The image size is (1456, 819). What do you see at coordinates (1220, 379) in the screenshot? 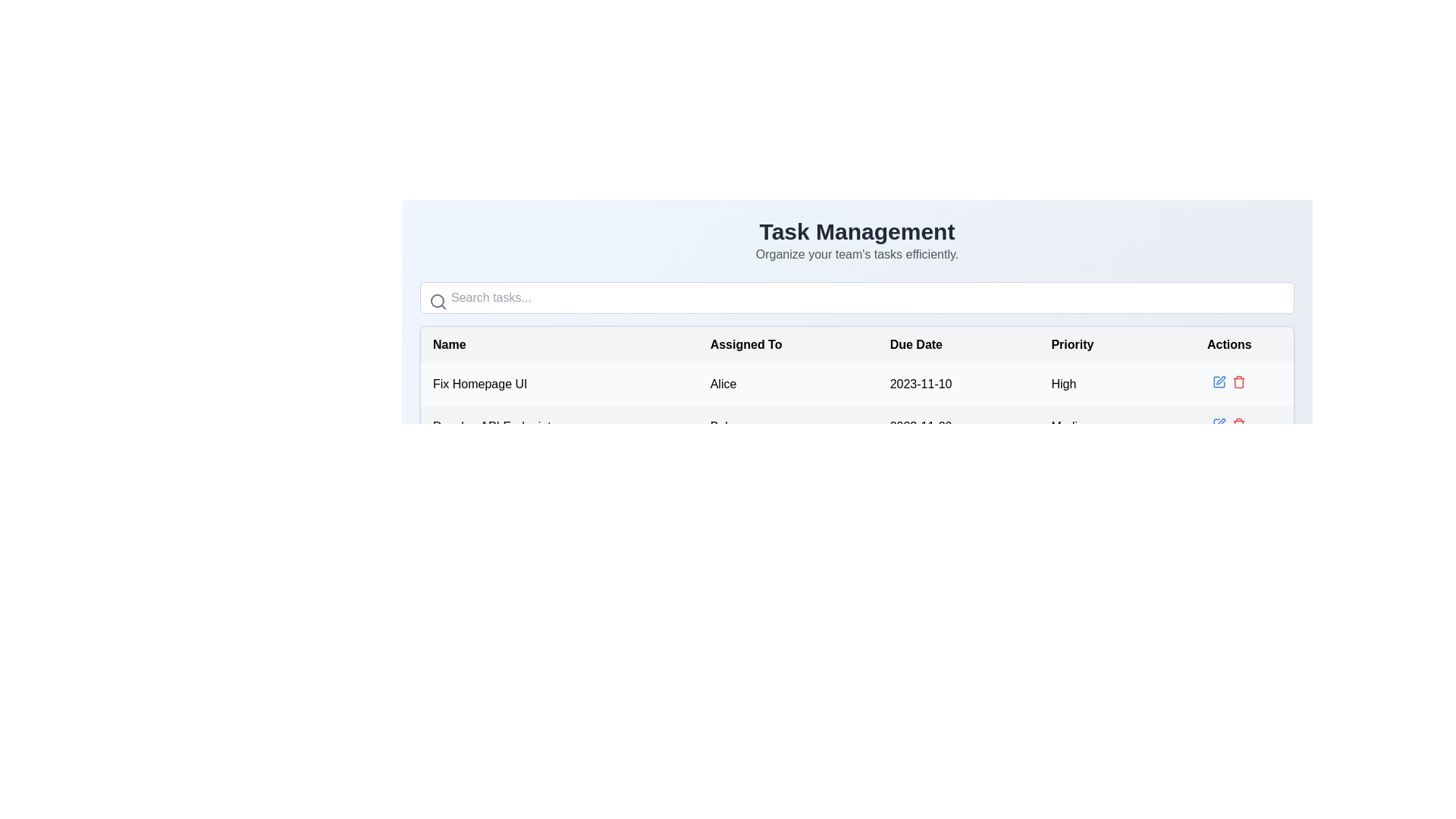
I see `the pen icon located in the rightmost column under the 'Actions' header` at bounding box center [1220, 379].